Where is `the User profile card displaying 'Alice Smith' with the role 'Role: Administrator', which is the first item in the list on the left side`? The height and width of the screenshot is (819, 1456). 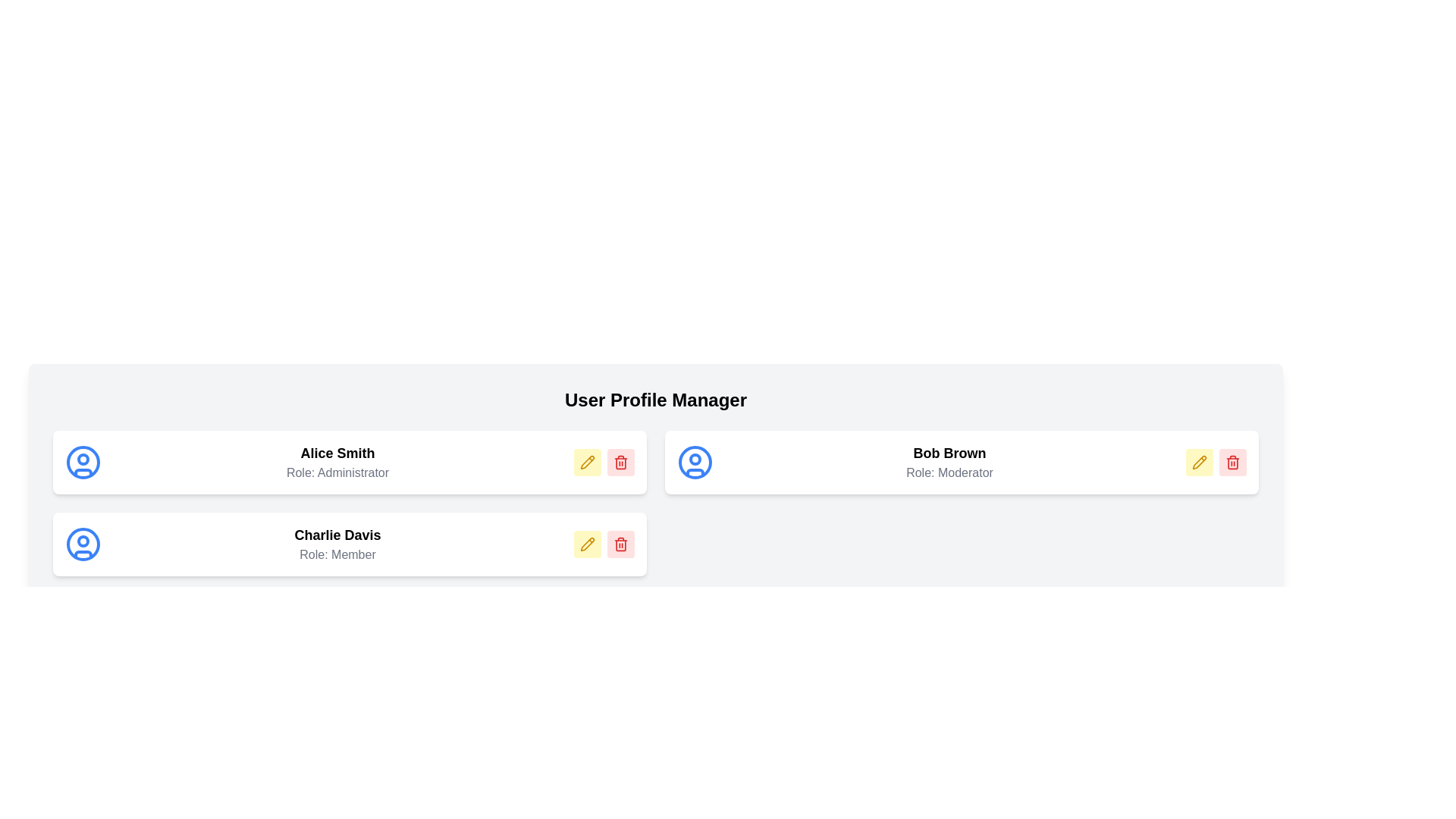 the User profile card displaying 'Alice Smith' with the role 'Role: Administrator', which is the first item in the list on the left side is located at coordinates (349, 461).